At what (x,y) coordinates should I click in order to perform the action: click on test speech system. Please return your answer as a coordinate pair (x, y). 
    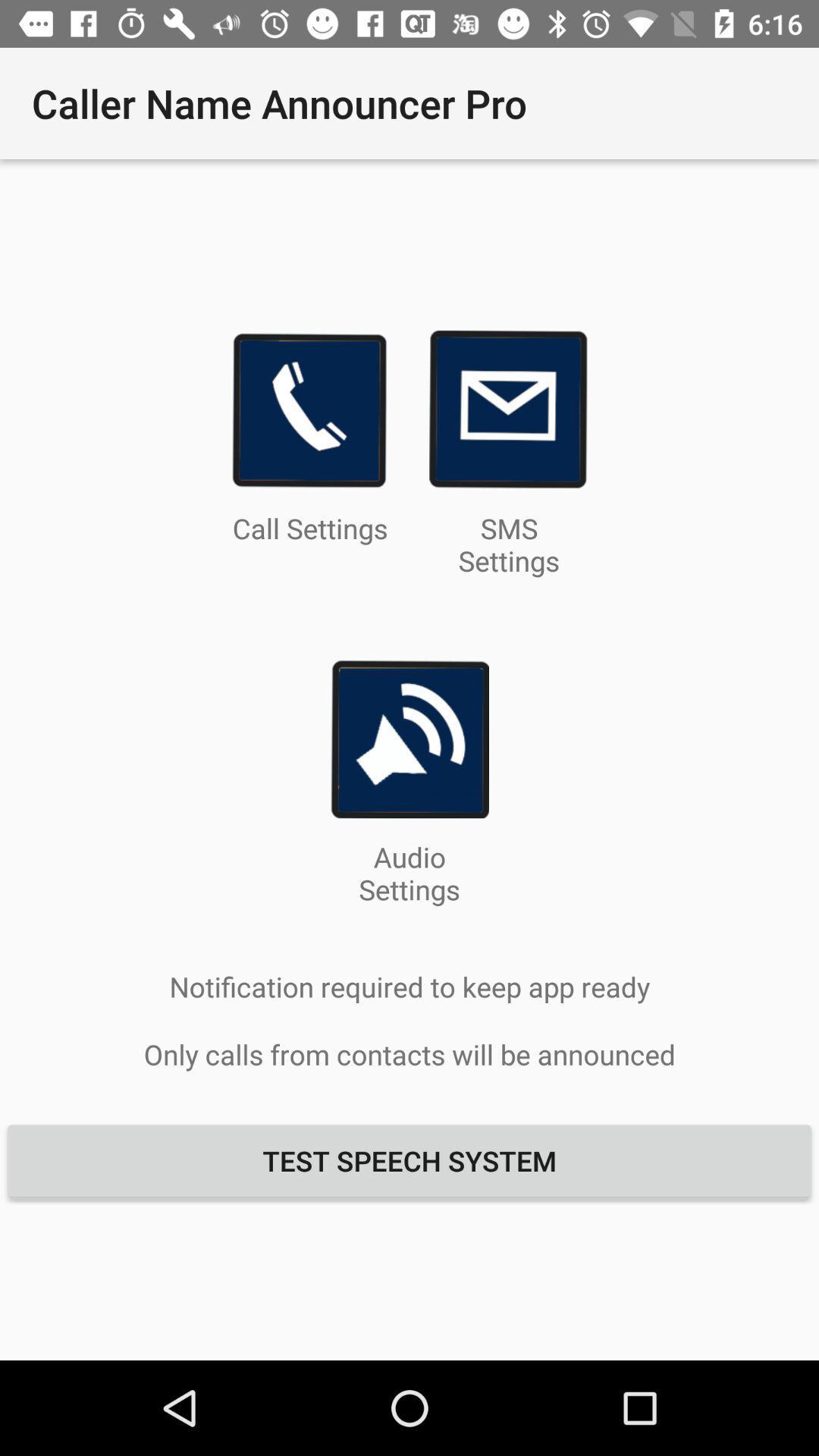
    Looking at the image, I should click on (409, 1159).